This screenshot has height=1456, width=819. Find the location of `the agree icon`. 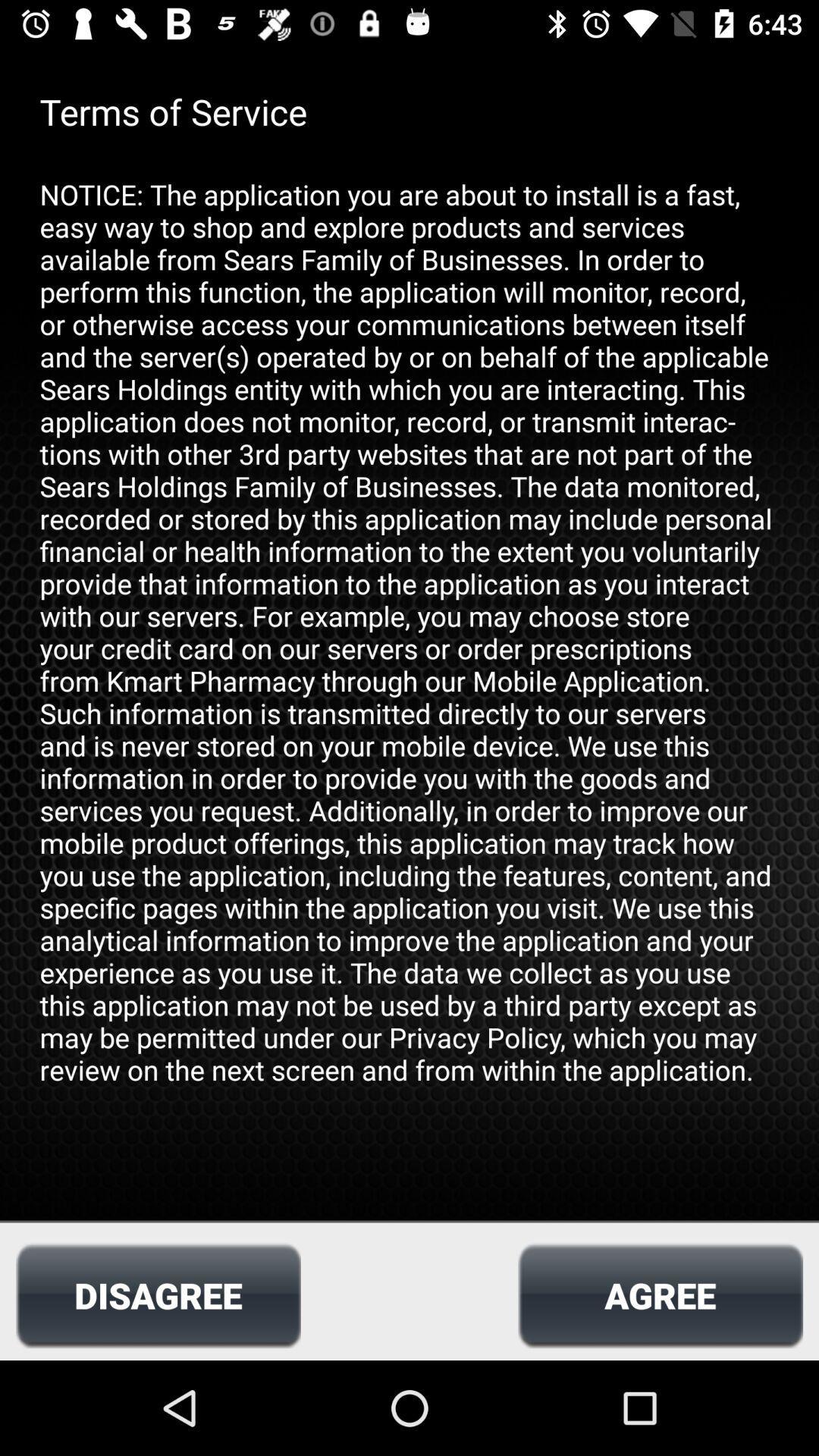

the agree icon is located at coordinates (660, 1294).